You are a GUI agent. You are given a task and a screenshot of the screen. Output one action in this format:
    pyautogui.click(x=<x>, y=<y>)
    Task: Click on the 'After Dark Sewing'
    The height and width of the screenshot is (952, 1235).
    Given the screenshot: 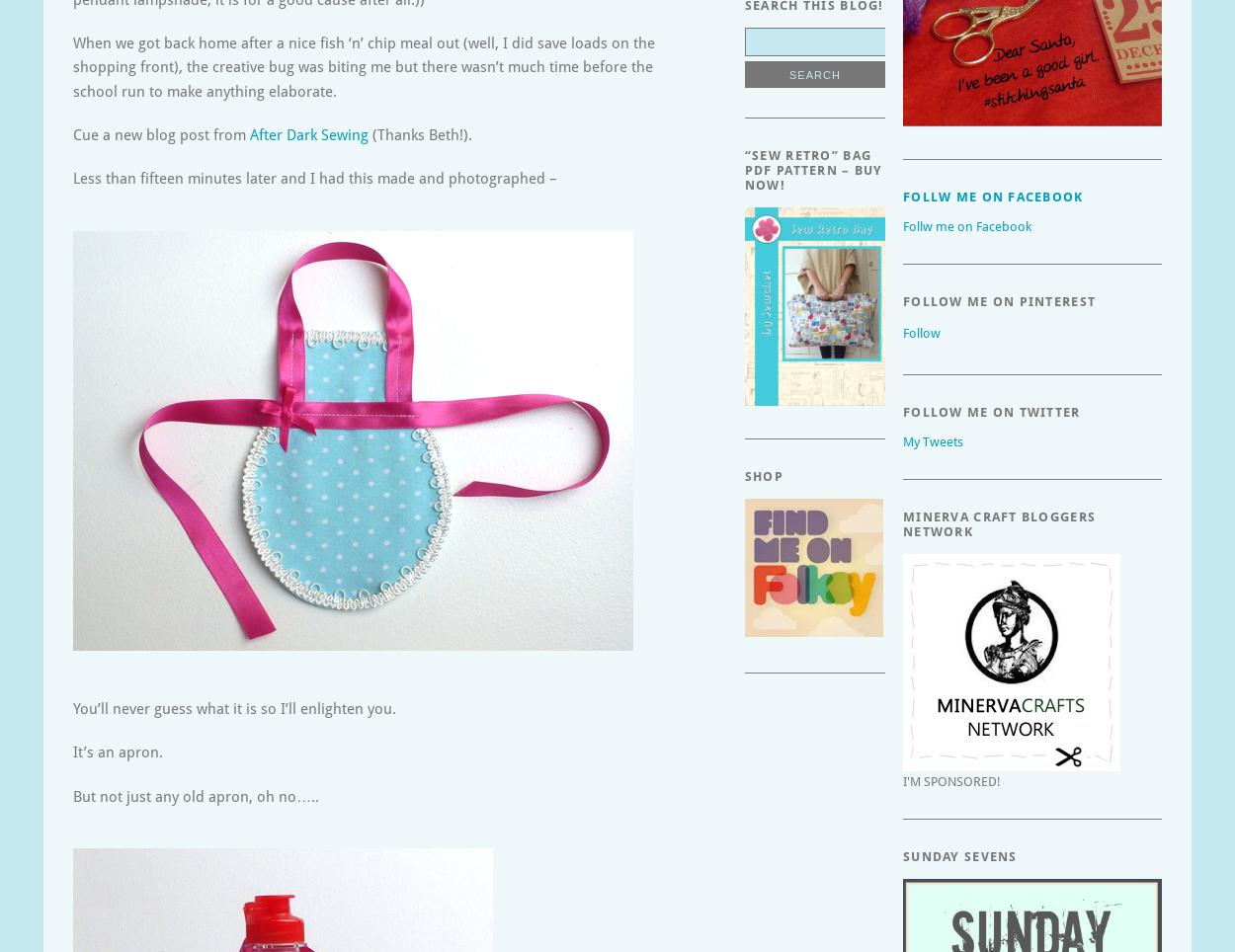 What is the action you would take?
    pyautogui.click(x=308, y=134)
    